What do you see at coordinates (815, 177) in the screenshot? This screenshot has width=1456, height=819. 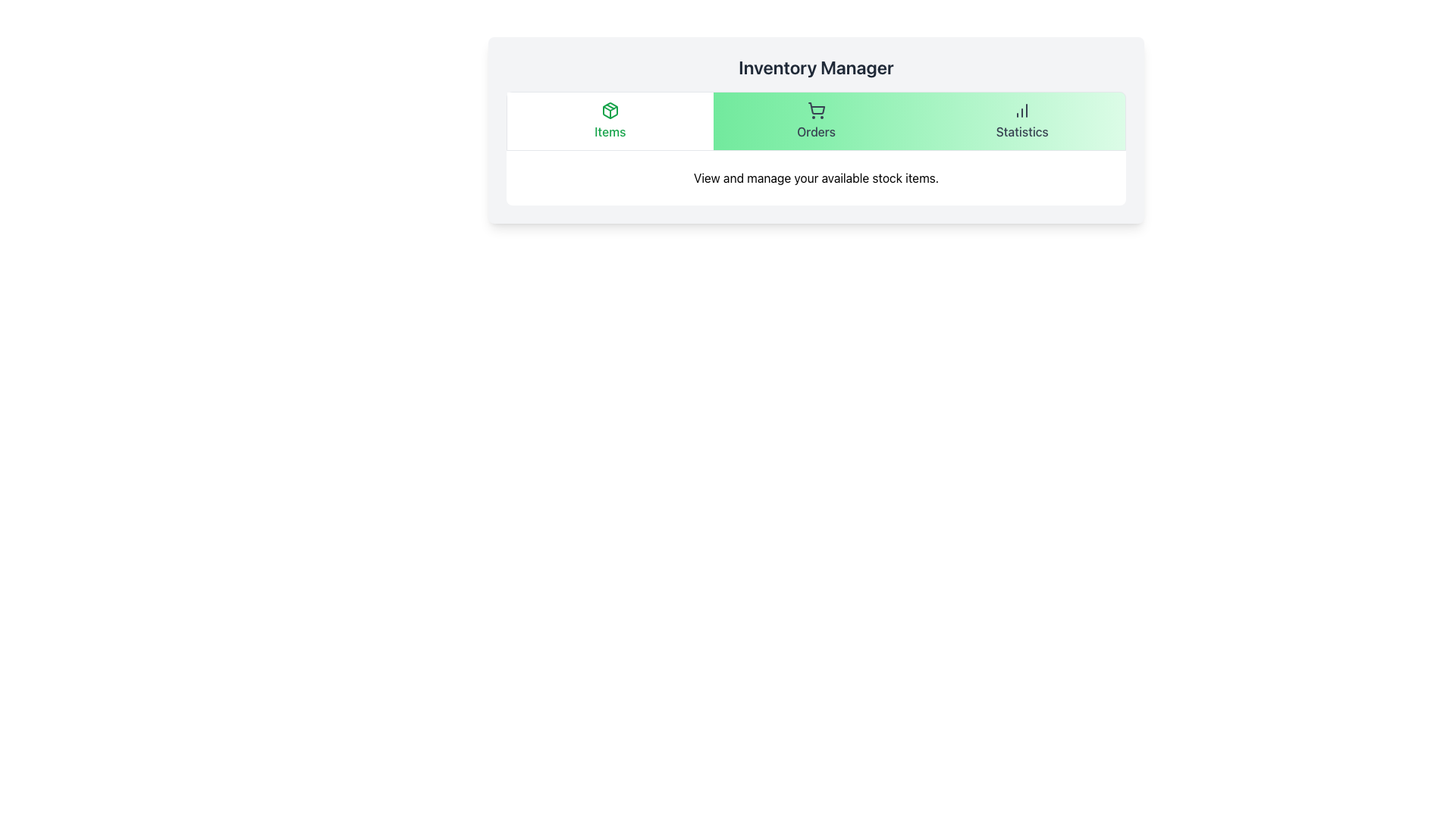 I see `the static text block displaying 'View and manage your available stock items.' which is centered below the tab navigation bar` at bounding box center [815, 177].